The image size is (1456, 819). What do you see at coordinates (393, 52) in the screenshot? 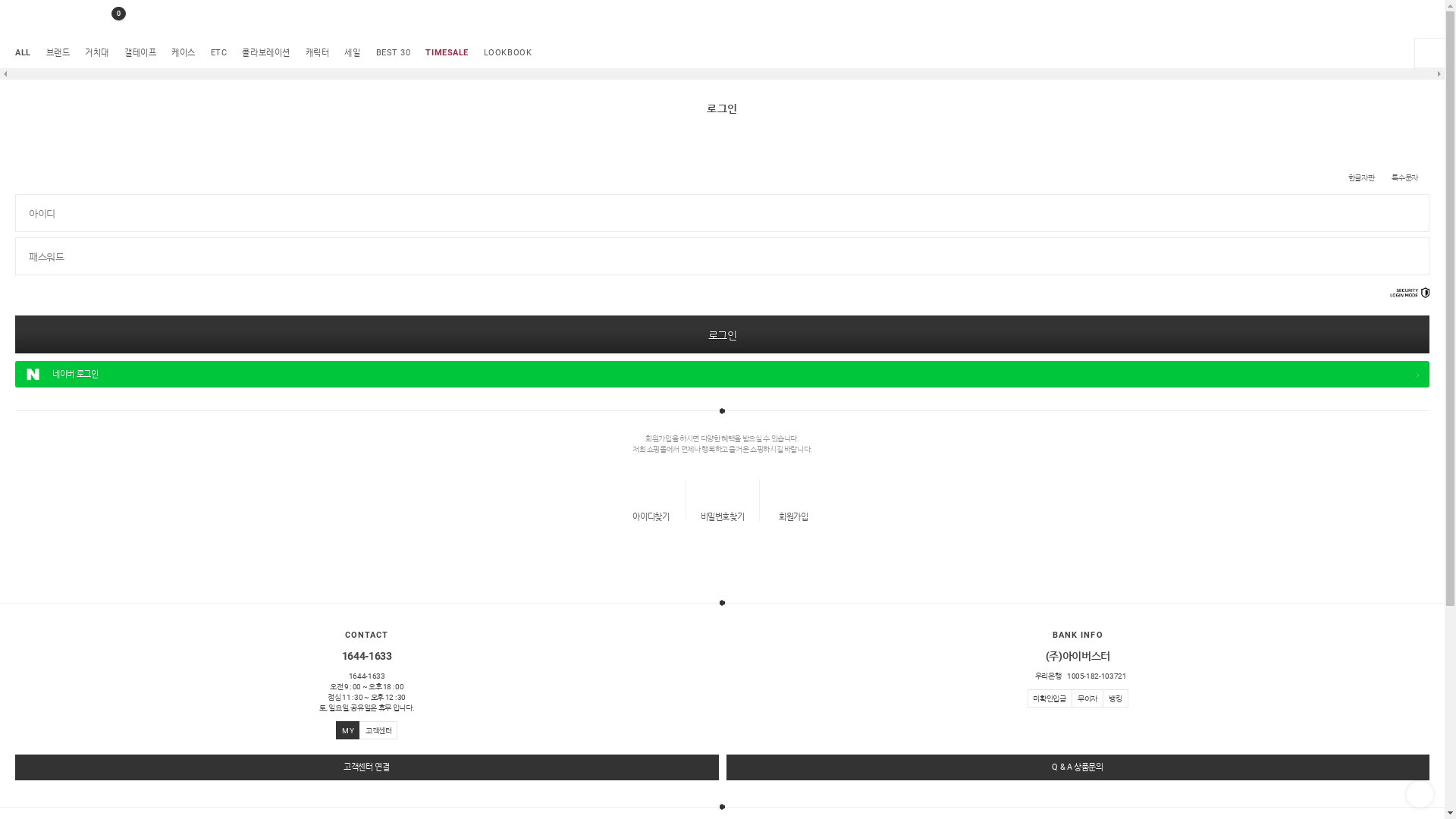
I see `'BEST 30'` at bounding box center [393, 52].